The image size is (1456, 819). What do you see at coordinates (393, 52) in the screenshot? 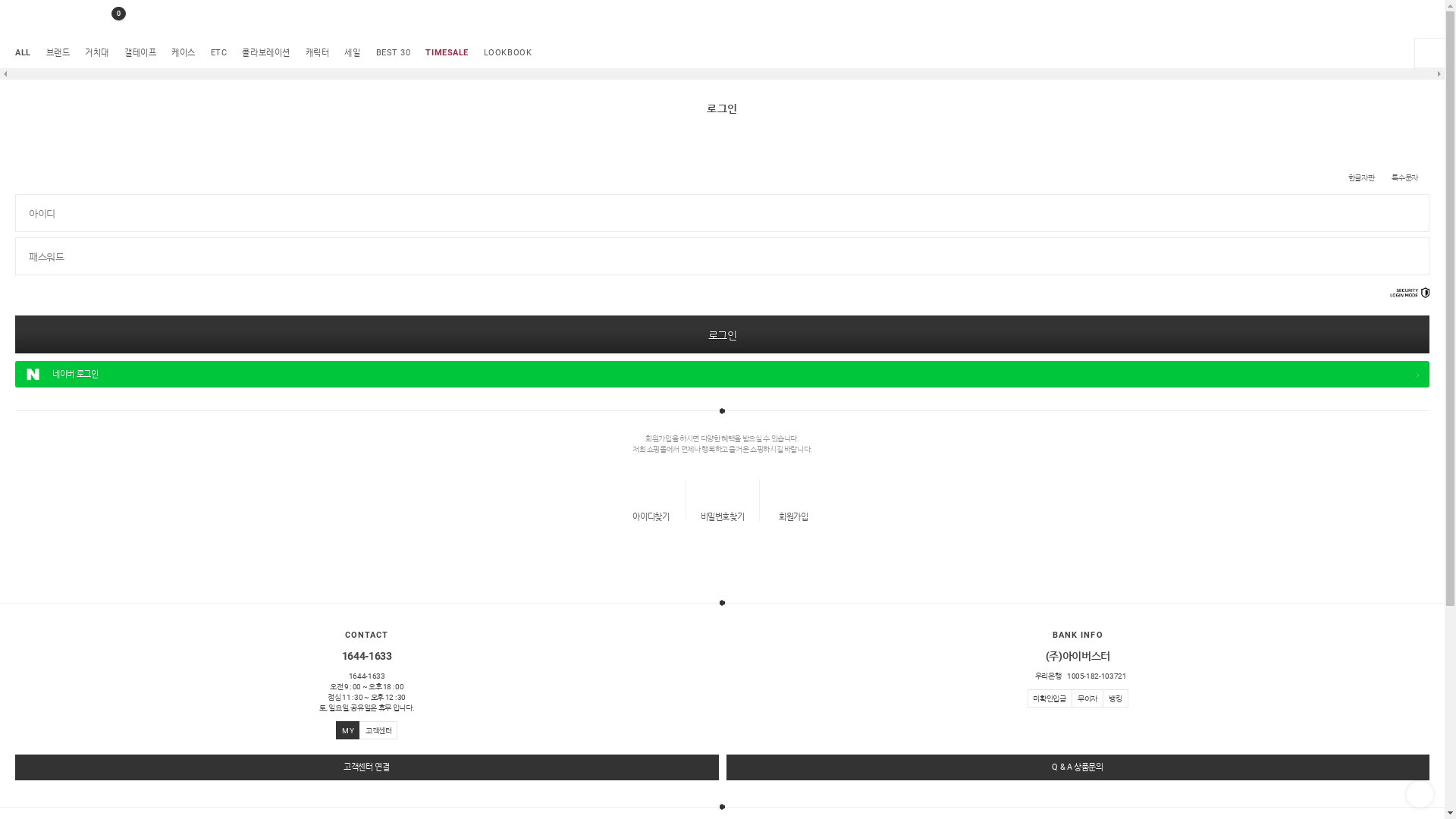
I see `'BEST 30'` at bounding box center [393, 52].